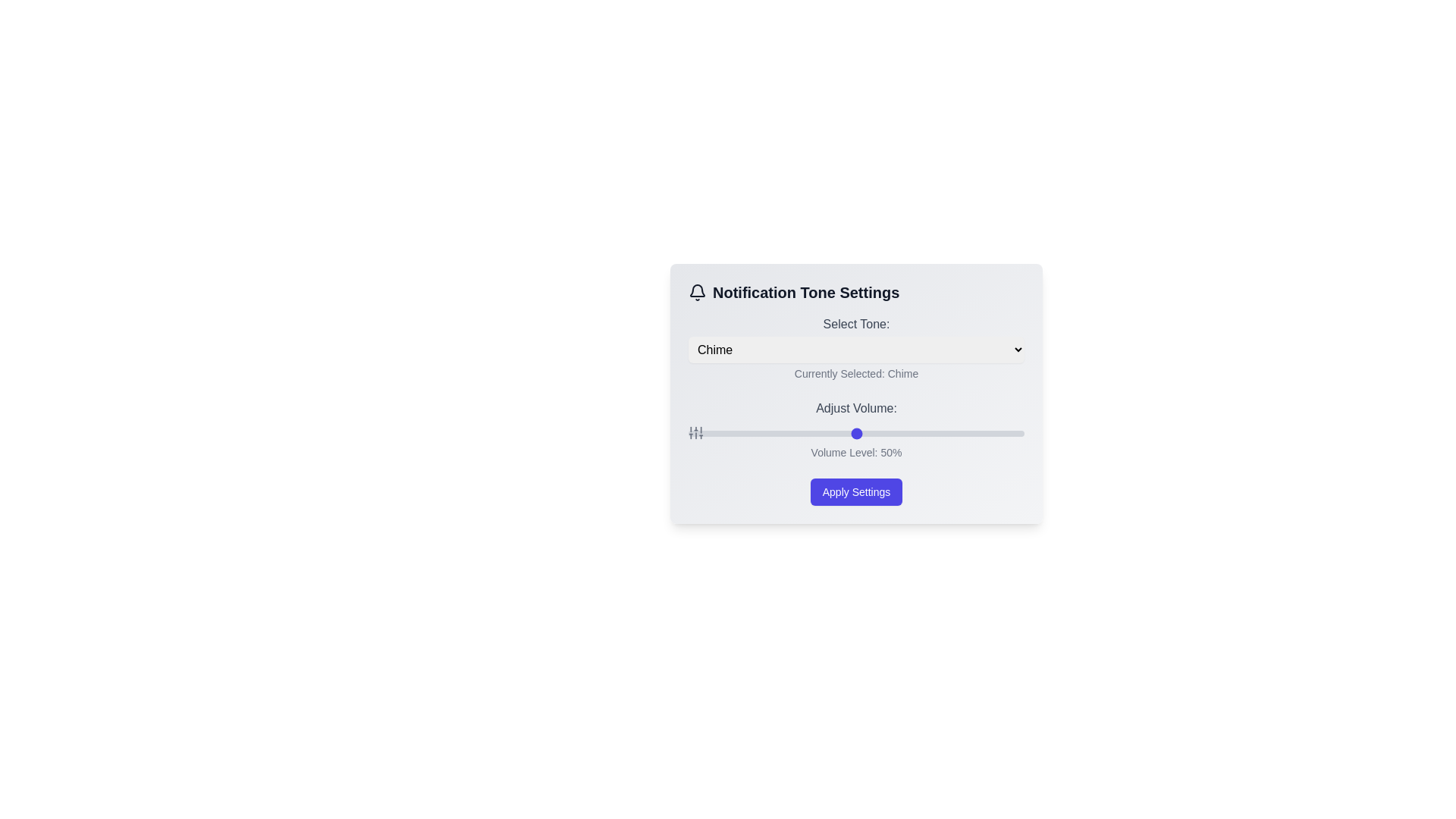 The width and height of the screenshot is (1456, 819). Describe the element at coordinates (1004, 433) in the screenshot. I see `the volume` at that location.